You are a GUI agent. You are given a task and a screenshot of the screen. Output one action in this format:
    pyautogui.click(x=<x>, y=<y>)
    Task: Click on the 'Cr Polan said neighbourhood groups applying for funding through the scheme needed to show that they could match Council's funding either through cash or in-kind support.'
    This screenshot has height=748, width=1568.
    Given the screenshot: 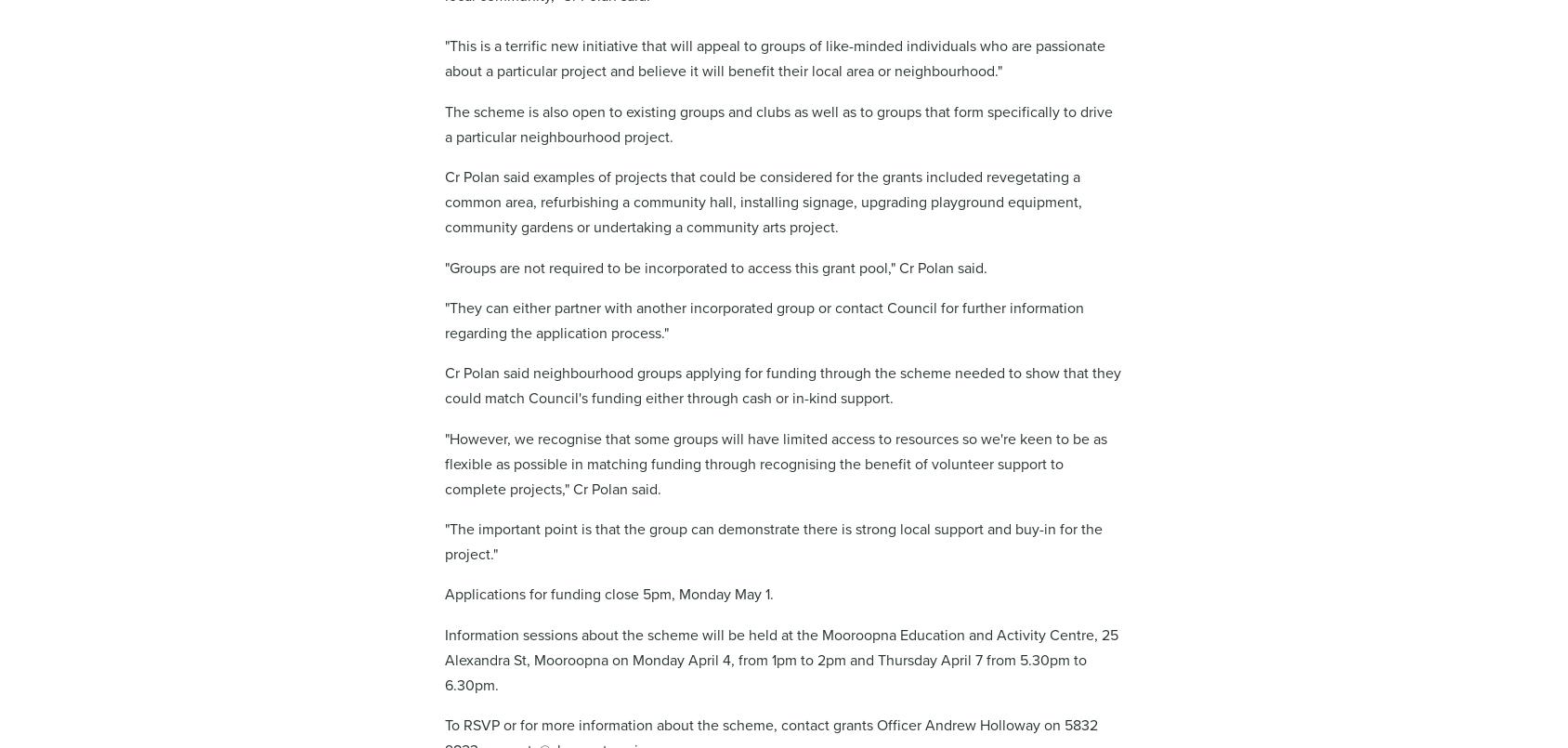 What is the action you would take?
    pyautogui.click(x=781, y=385)
    